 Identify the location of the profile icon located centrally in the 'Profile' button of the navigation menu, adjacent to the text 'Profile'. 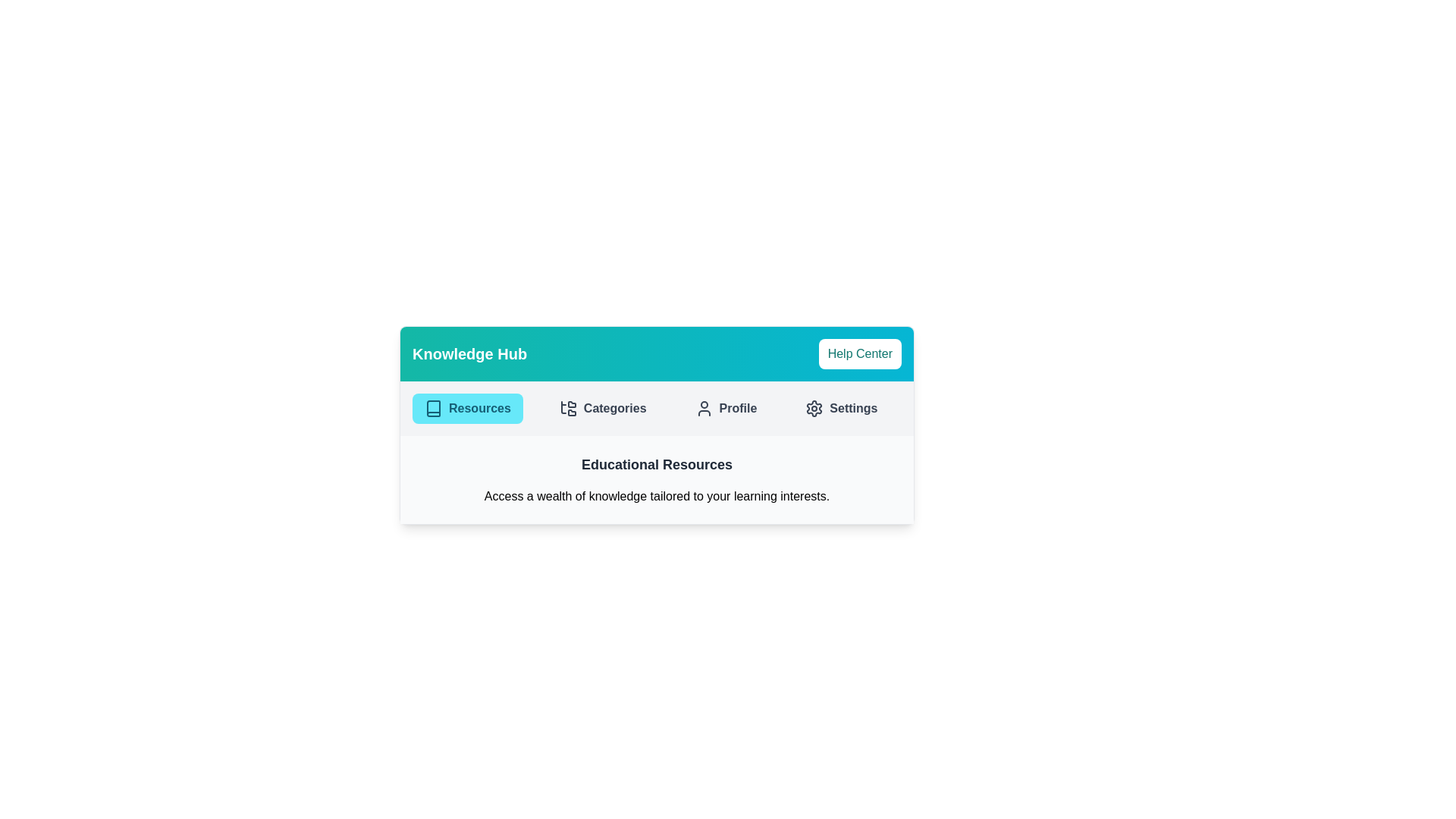
(703, 408).